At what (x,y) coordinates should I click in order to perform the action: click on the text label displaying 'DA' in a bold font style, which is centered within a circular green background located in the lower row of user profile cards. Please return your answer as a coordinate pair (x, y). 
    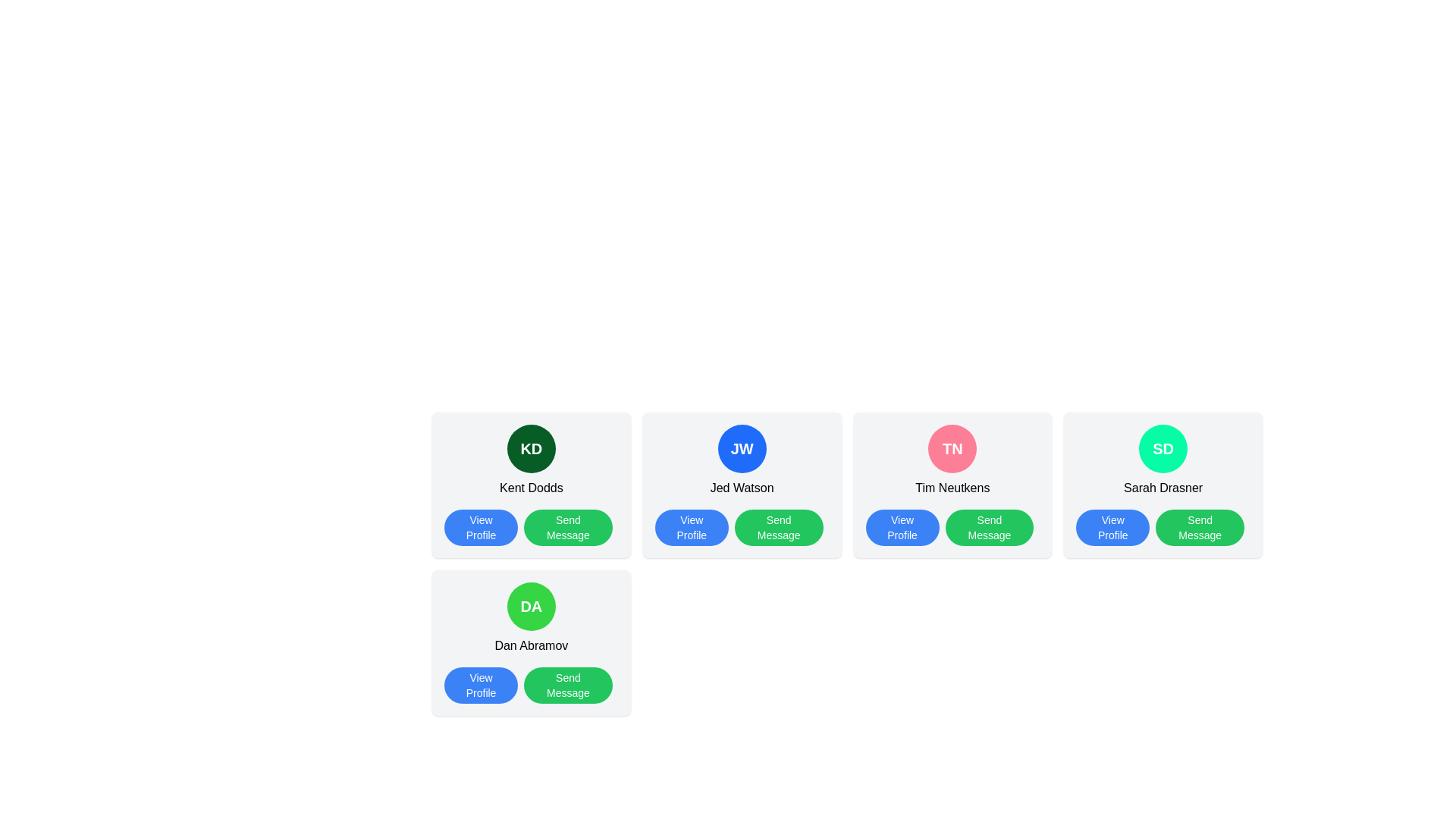
    Looking at the image, I should click on (531, 605).